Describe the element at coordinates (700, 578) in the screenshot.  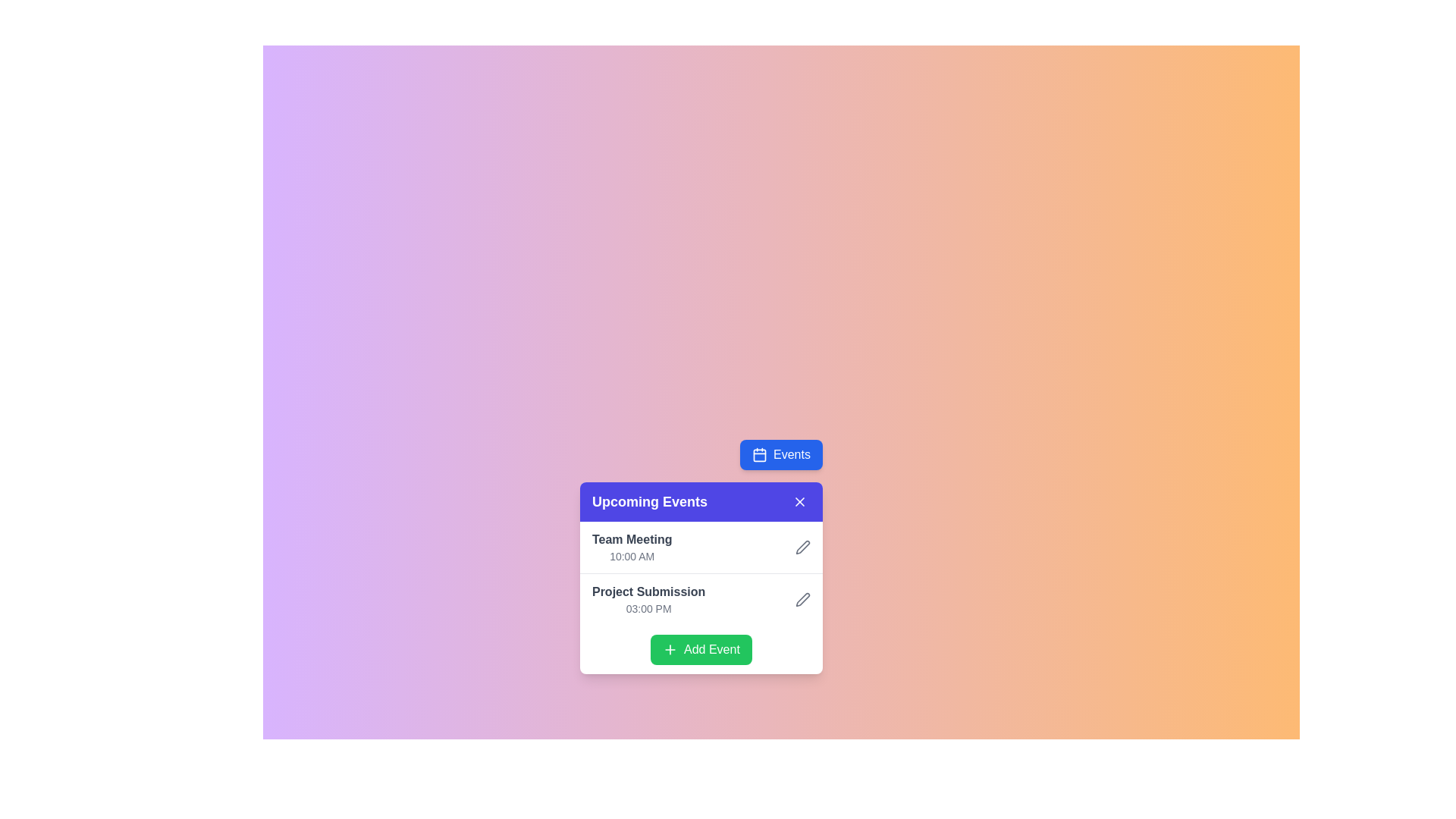
I see `an event listed in the 'Upcoming Events' card` at that location.